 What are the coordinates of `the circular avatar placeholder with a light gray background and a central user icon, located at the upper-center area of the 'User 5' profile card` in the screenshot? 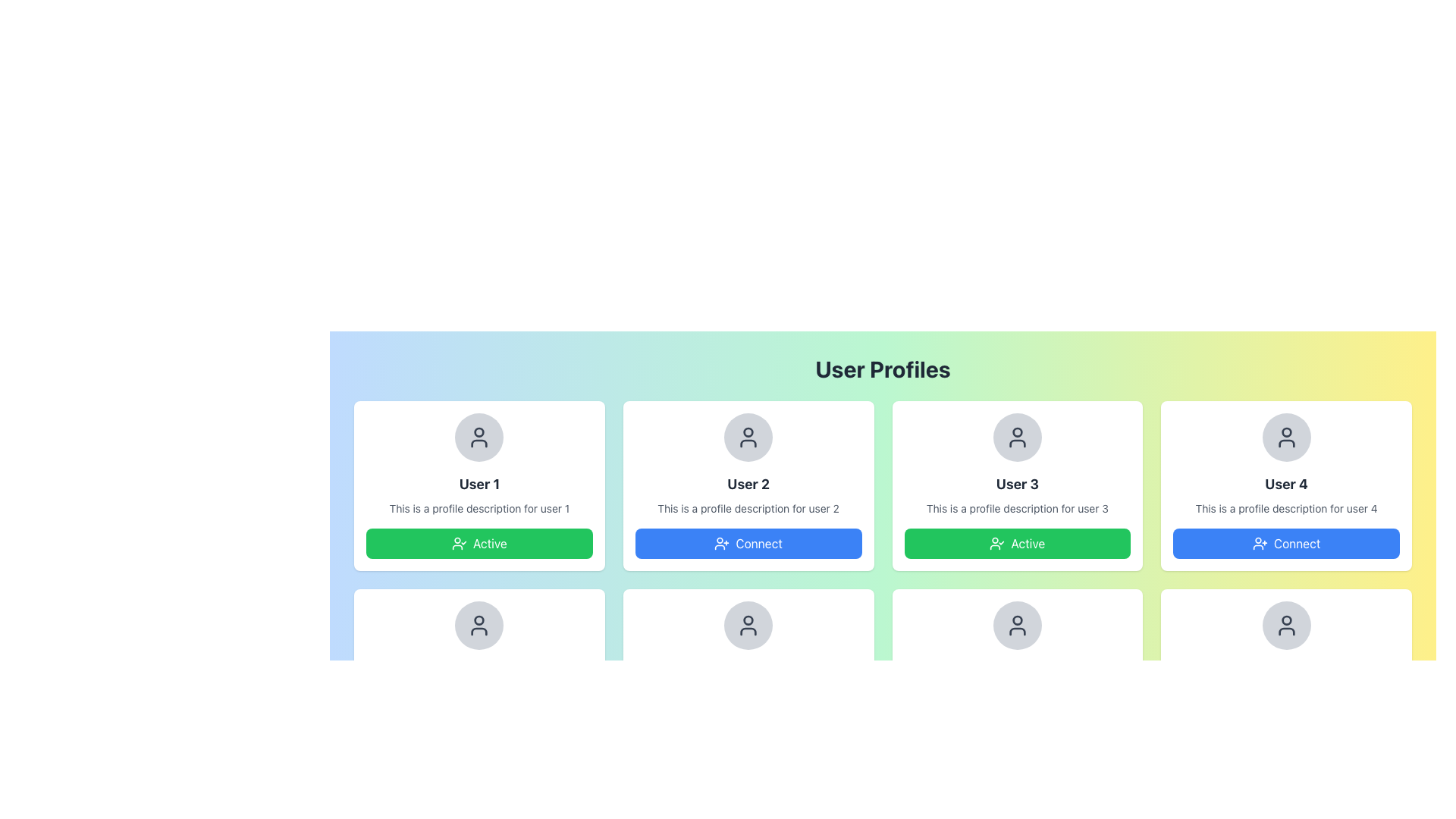 It's located at (479, 626).